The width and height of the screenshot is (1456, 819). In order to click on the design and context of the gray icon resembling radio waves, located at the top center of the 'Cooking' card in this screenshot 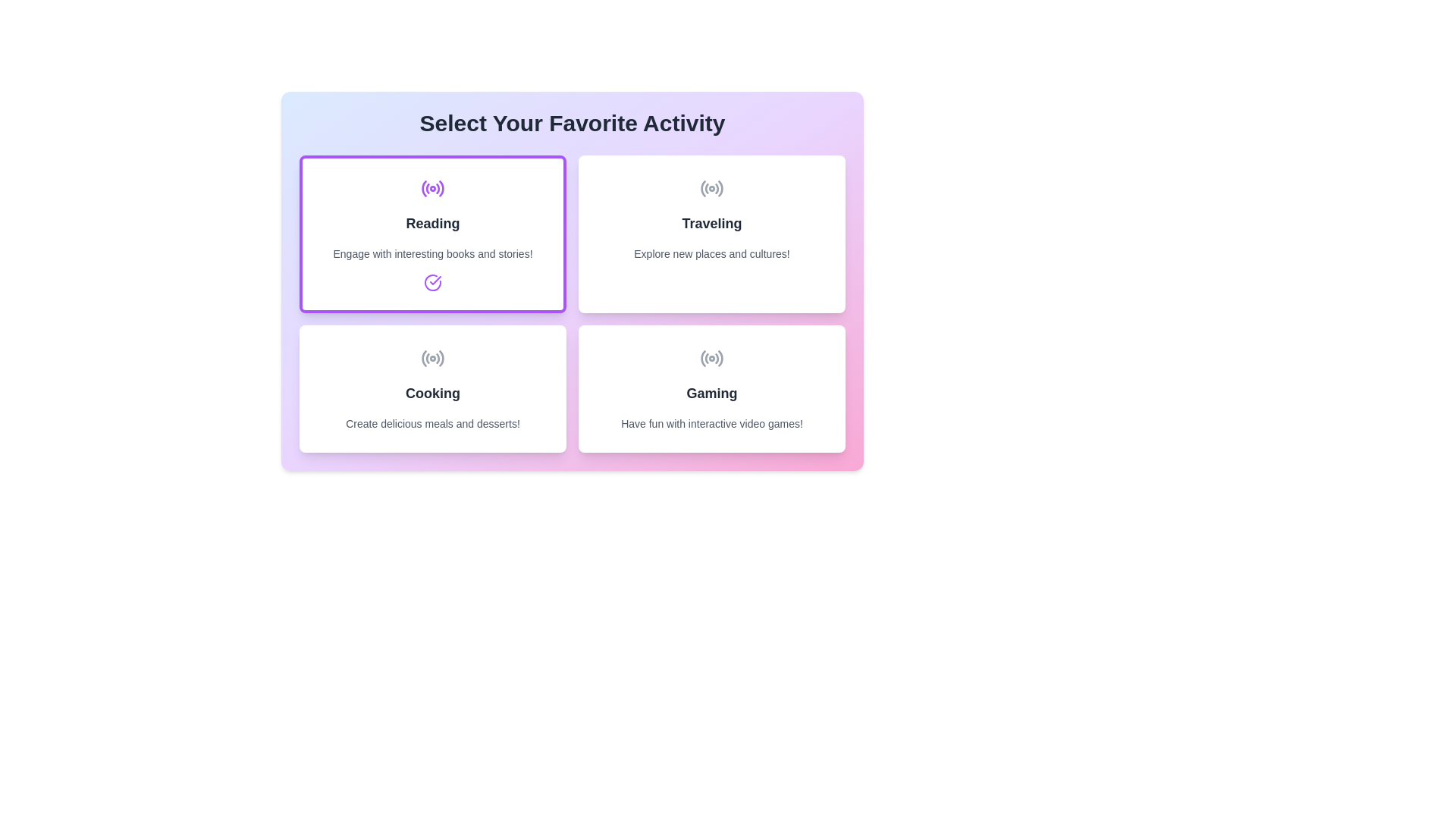, I will do `click(432, 359)`.